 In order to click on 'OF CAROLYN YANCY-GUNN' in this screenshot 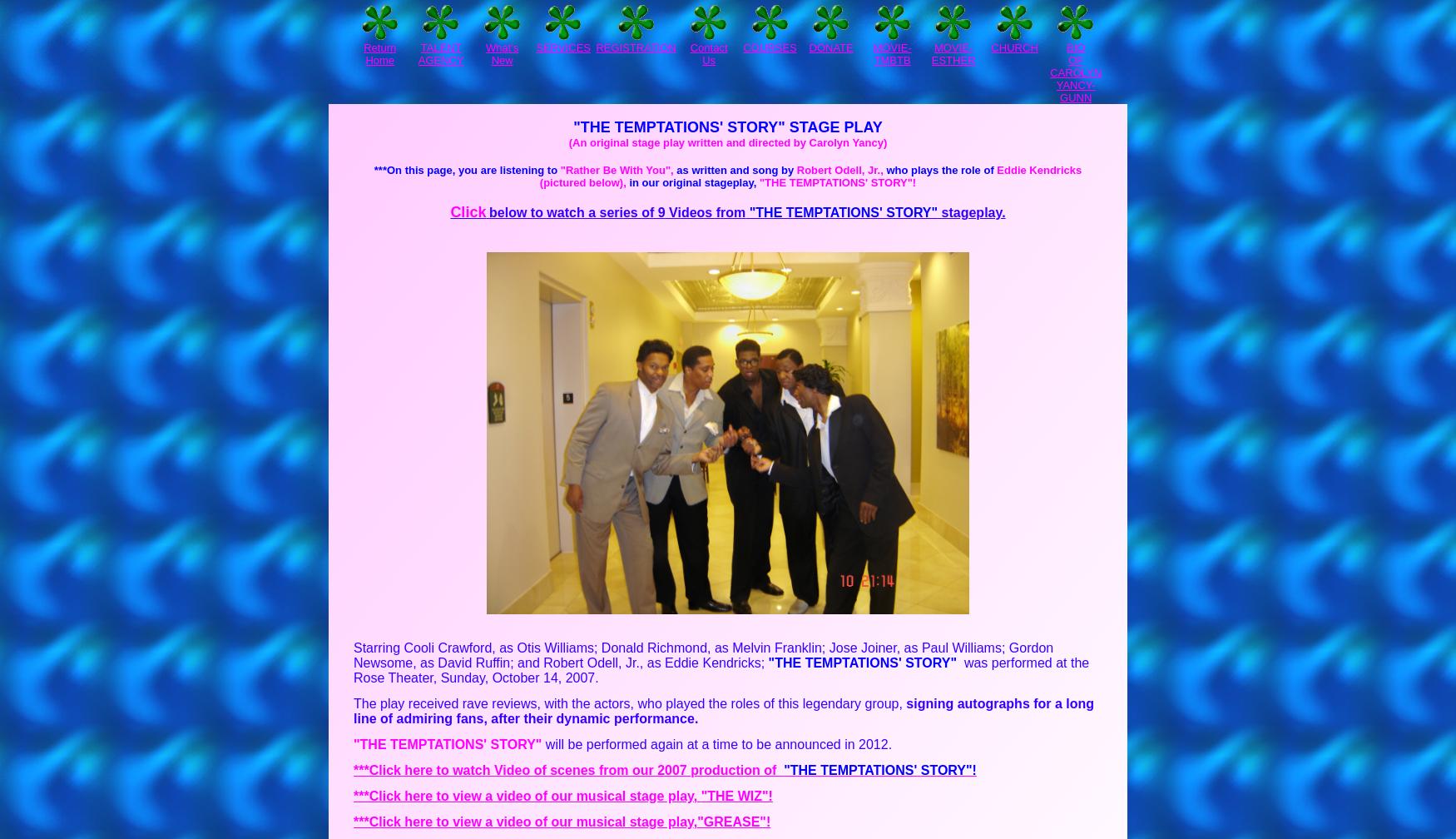, I will do `click(1075, 78)`.